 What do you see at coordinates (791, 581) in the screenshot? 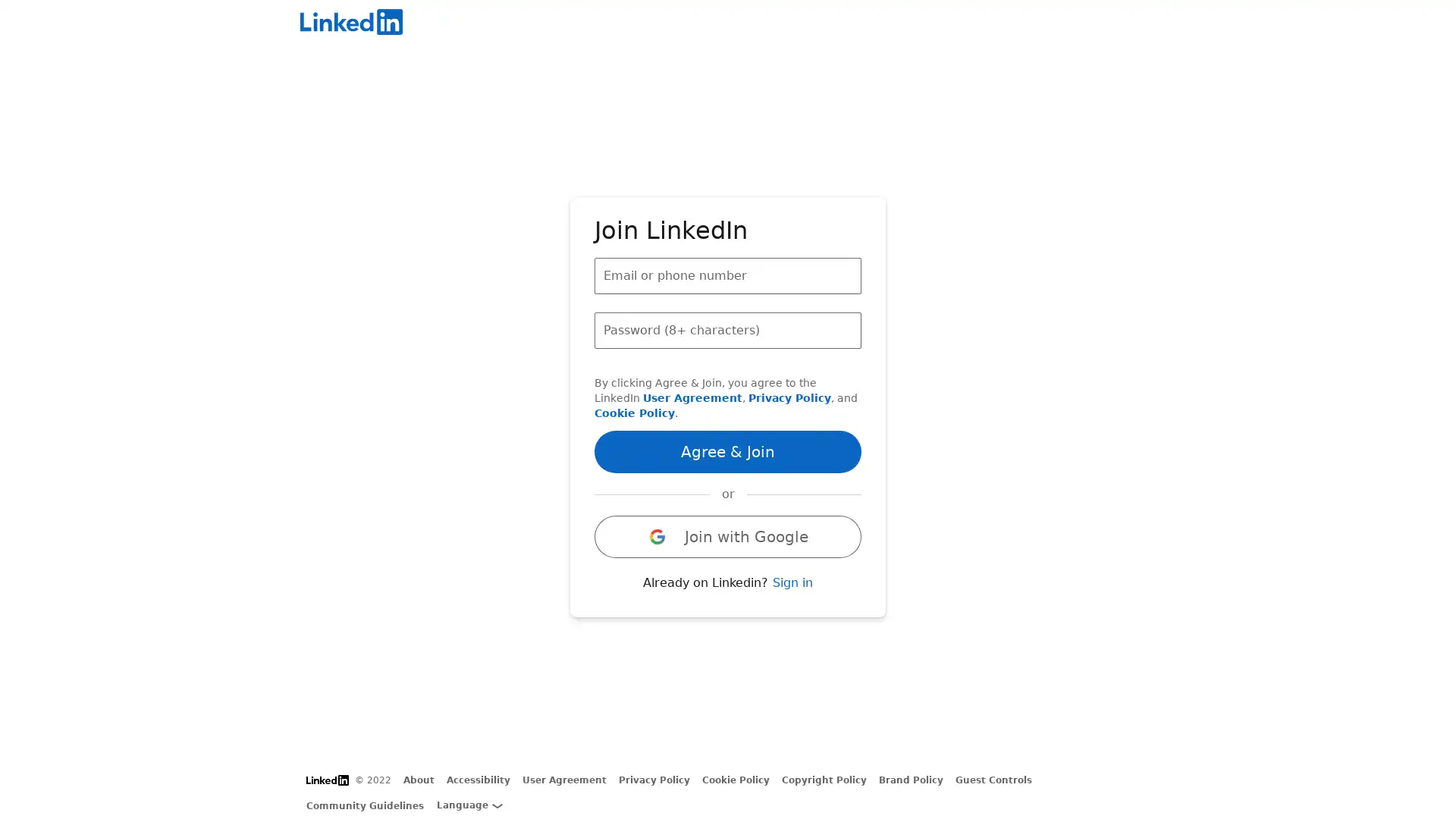
I see `Sign in` at bounding box center [791, 581].